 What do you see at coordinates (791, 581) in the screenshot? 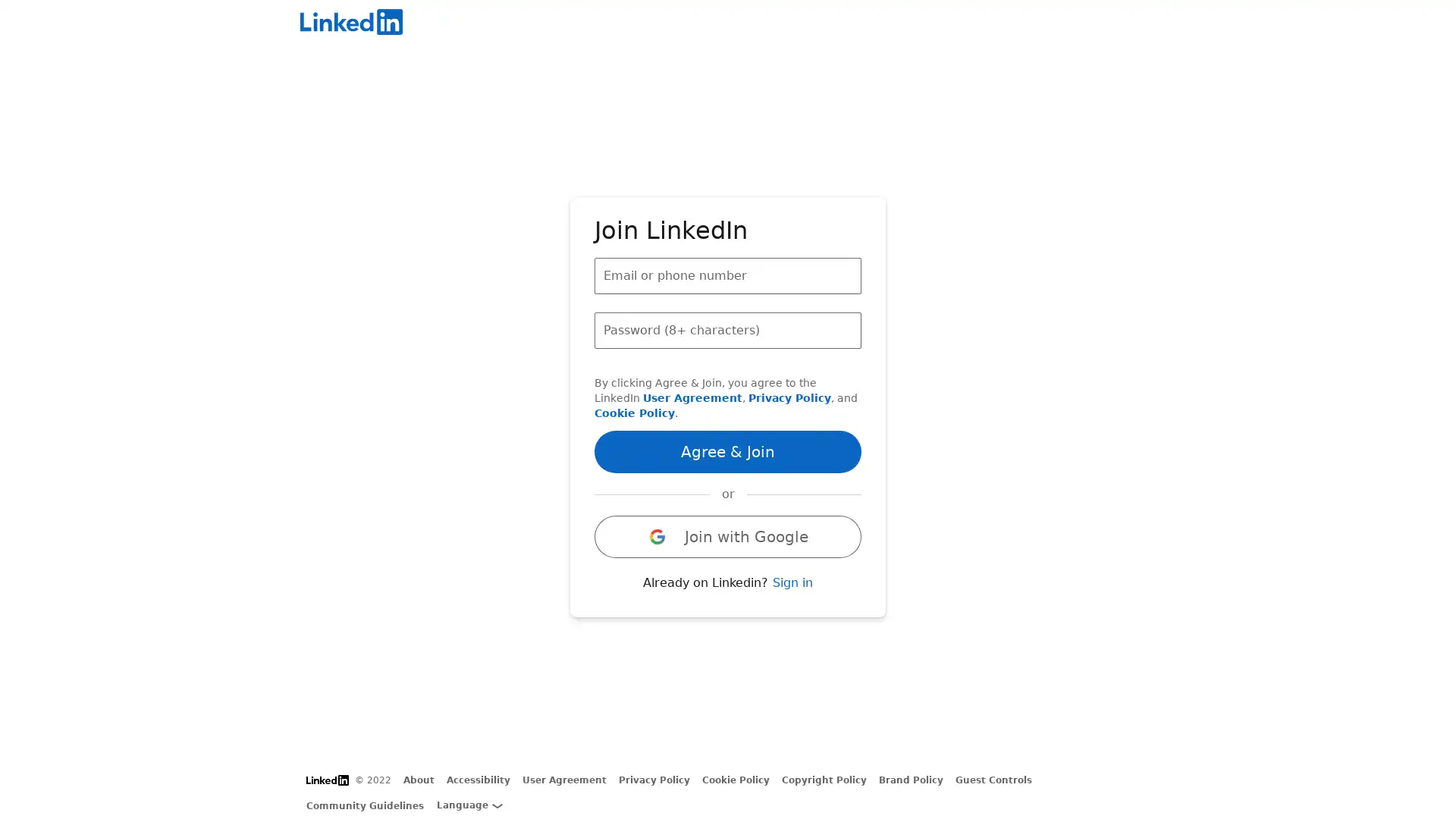
I see `Sign in` at bounding box center [791, 581].